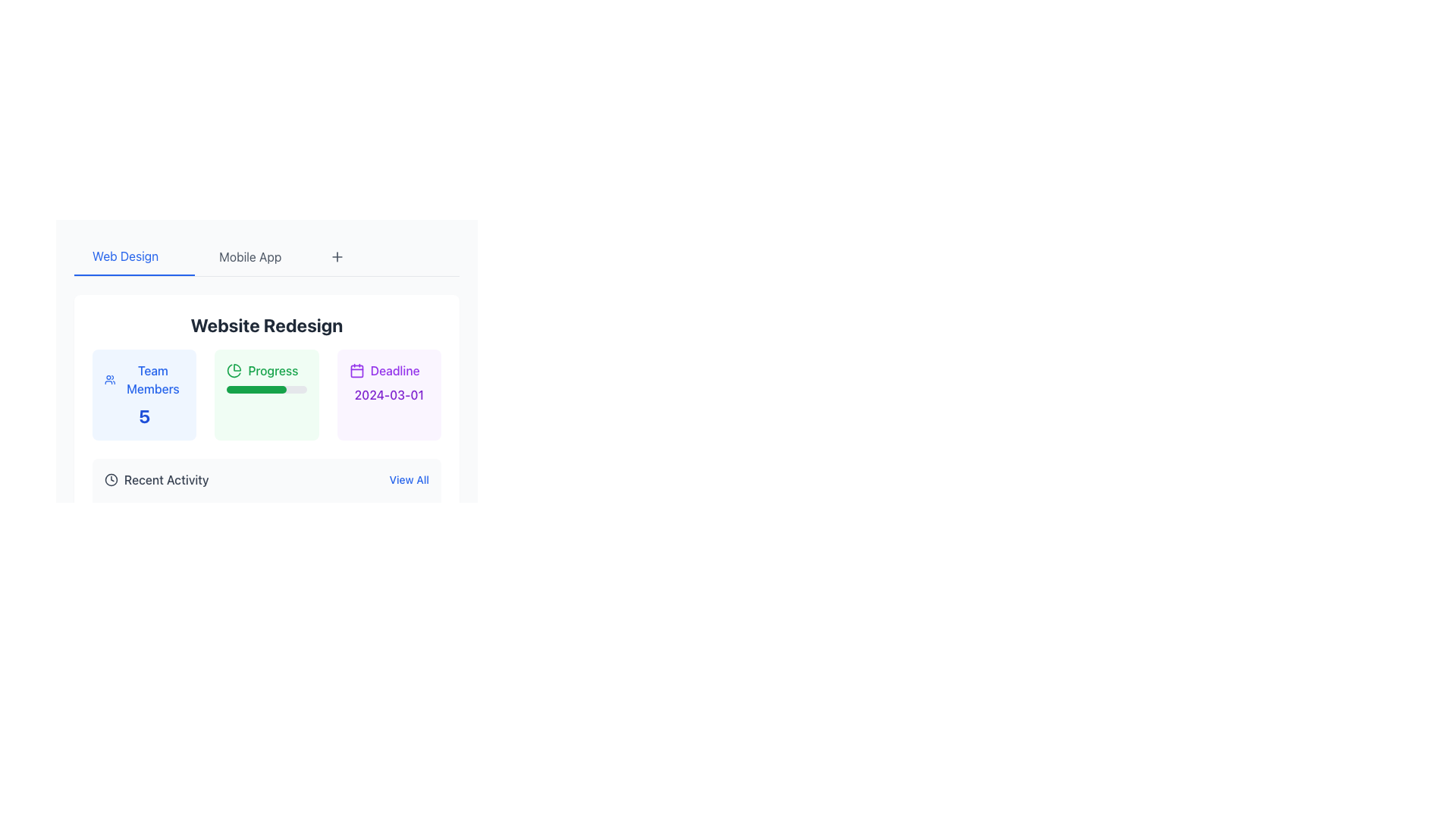 This screenshot has width=1456, height=819. Describe the element at coordinates (134, 256) in the screenshot. I see `the first menu item on the left in the horizontally arranged menu` at that location.